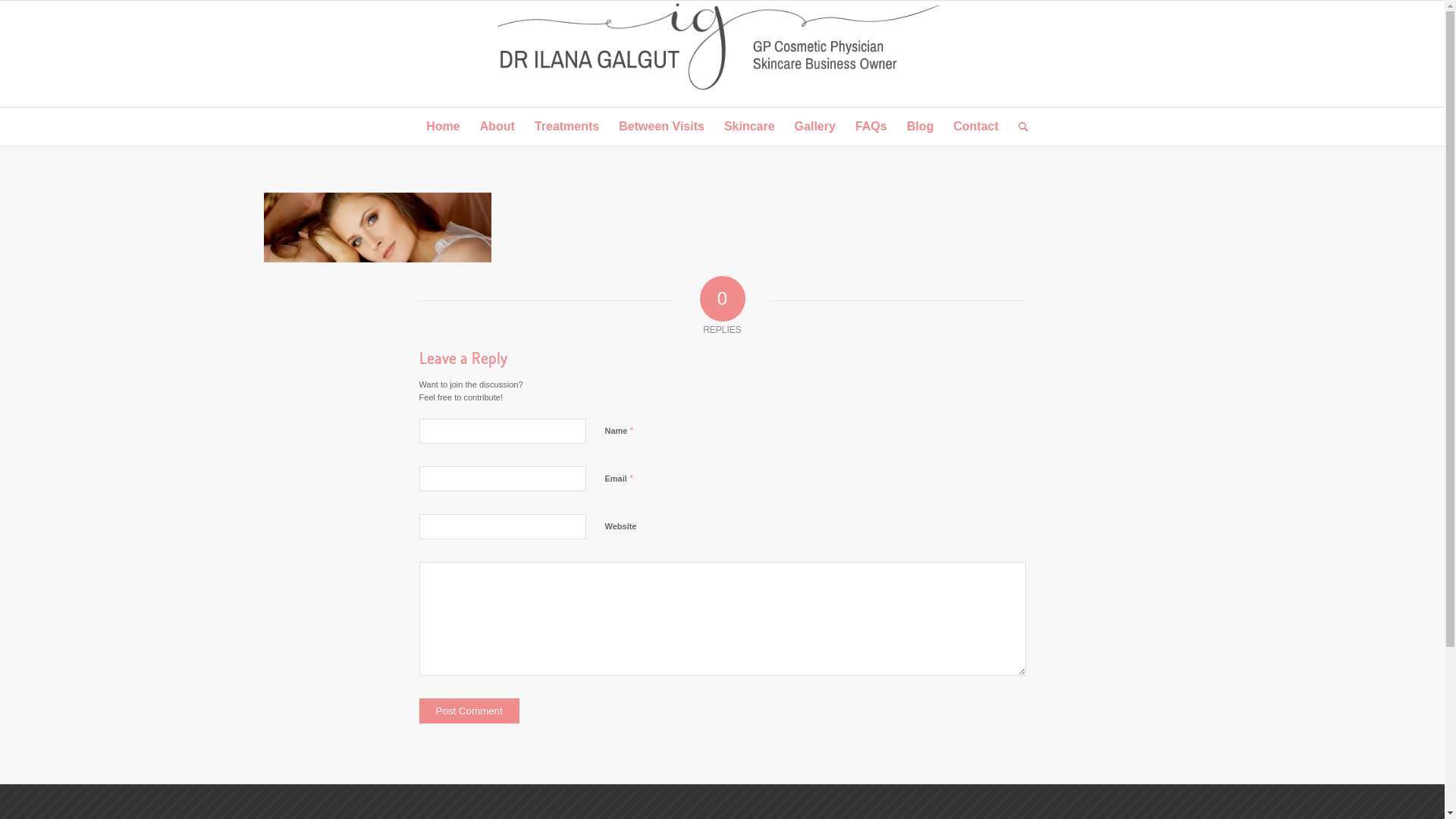  Describe the element at coordinates (468, 711) in the screenshot. I see `'Post Comment'` at that location.